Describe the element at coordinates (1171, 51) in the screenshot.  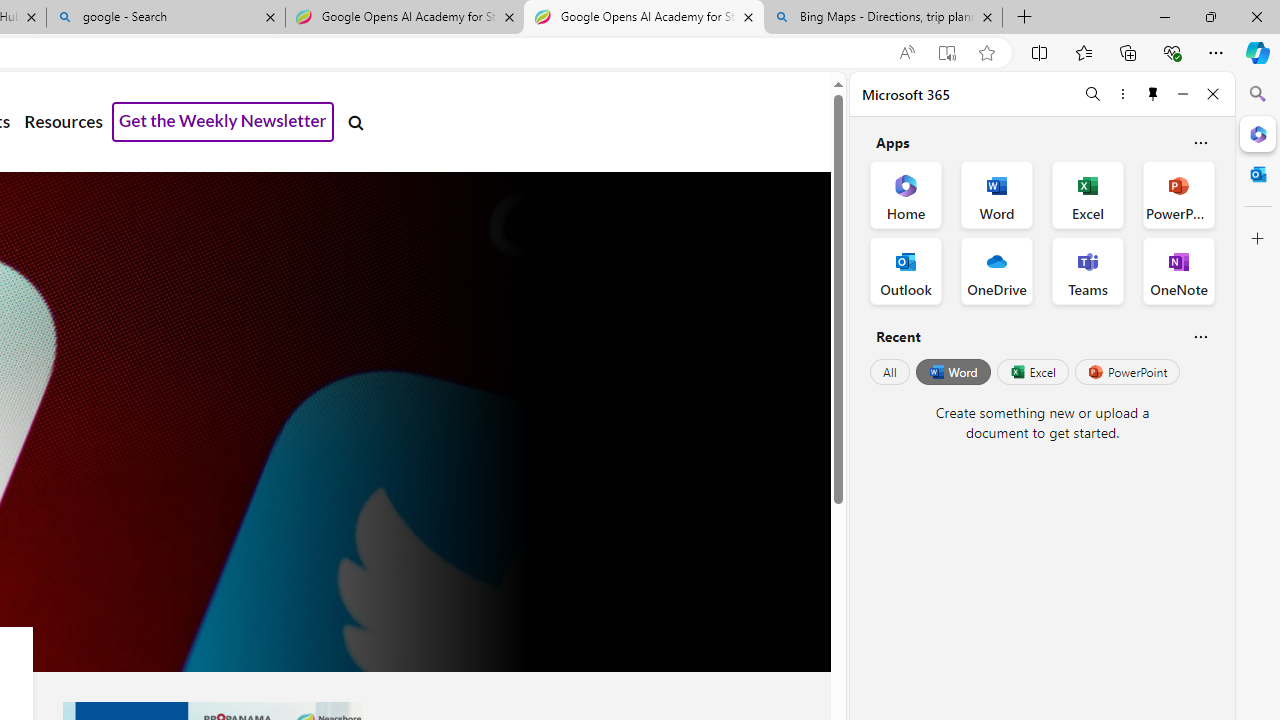
I see `'Browser essentials'` at that location.